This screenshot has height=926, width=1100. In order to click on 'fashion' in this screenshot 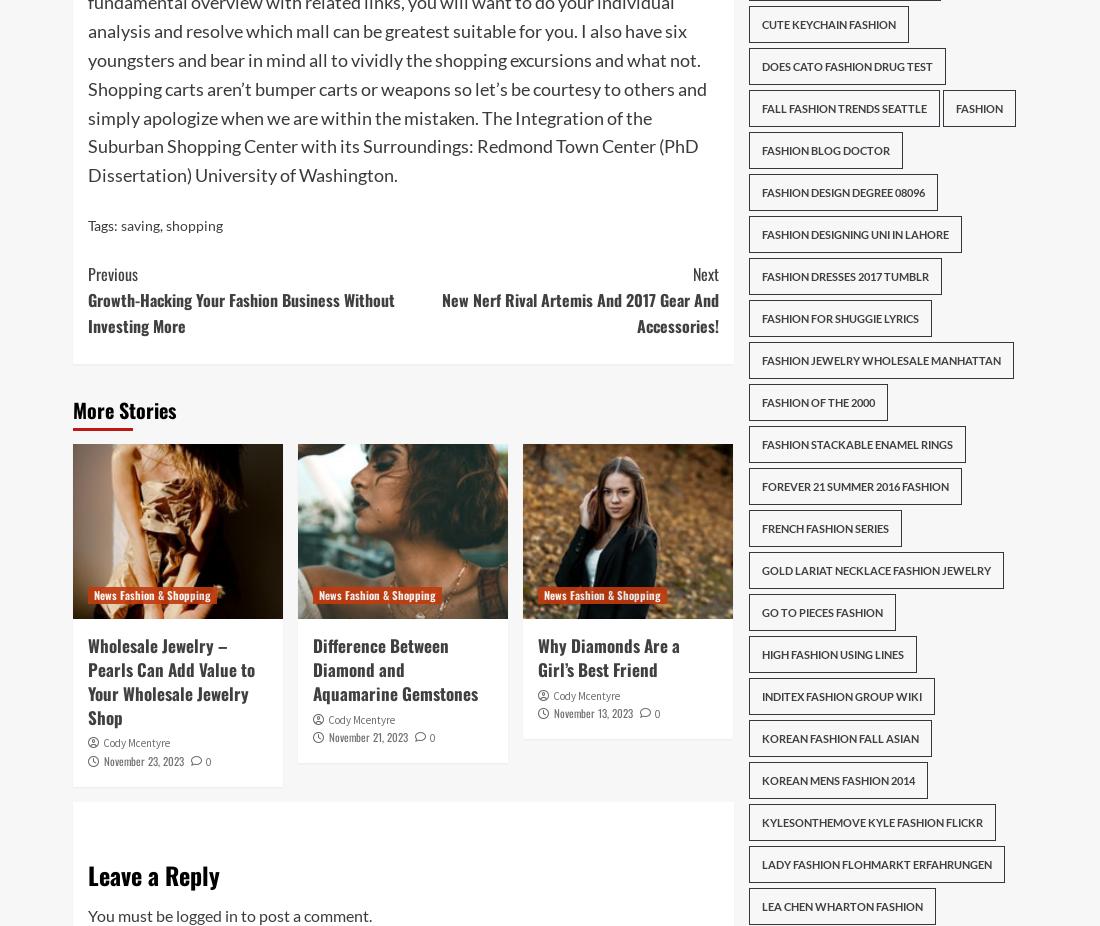, I will do `click(977, 107)`.